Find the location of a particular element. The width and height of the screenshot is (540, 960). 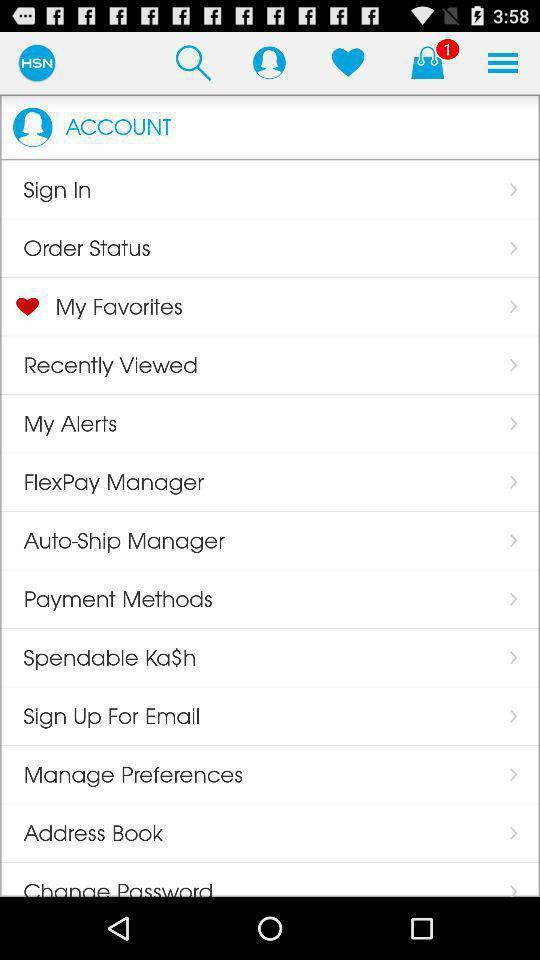

favorites is located at coordinates (347, 62).